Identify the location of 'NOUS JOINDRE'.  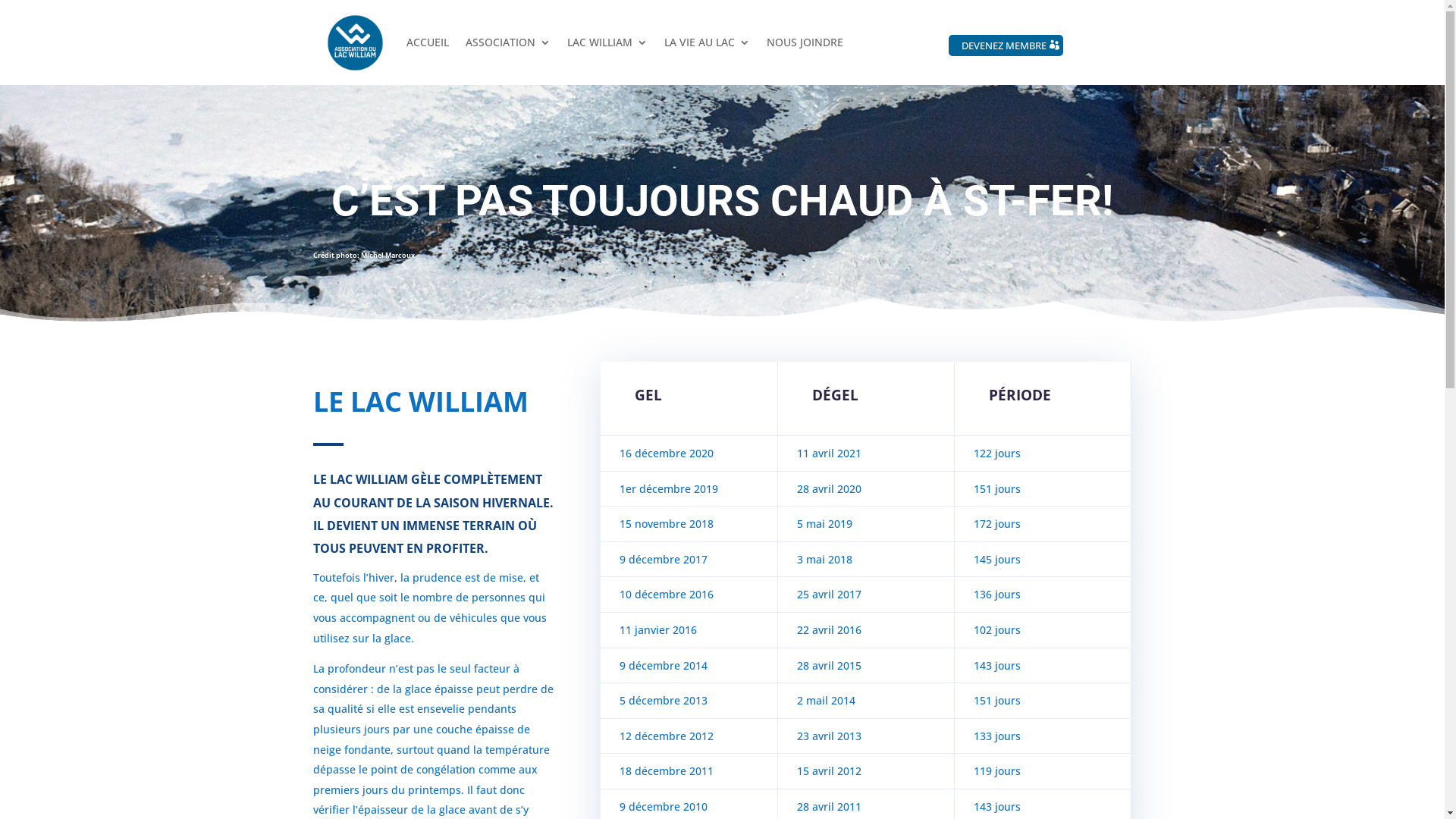
(803, 42).